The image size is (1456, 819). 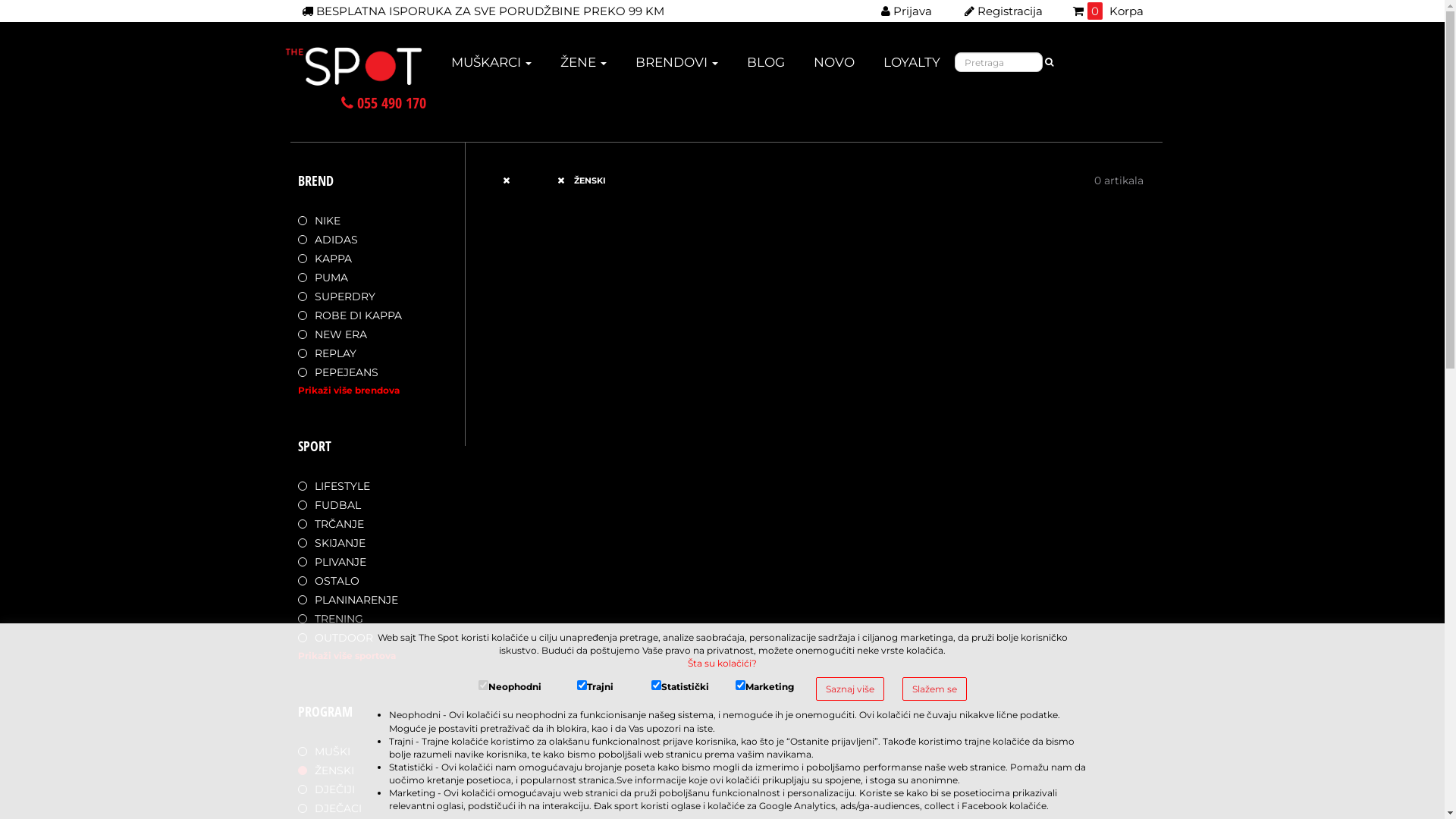 What do you see at coordinates (765, 66) in the screenshot?
I see `'BLOG'` at bounding box center [765, 66].